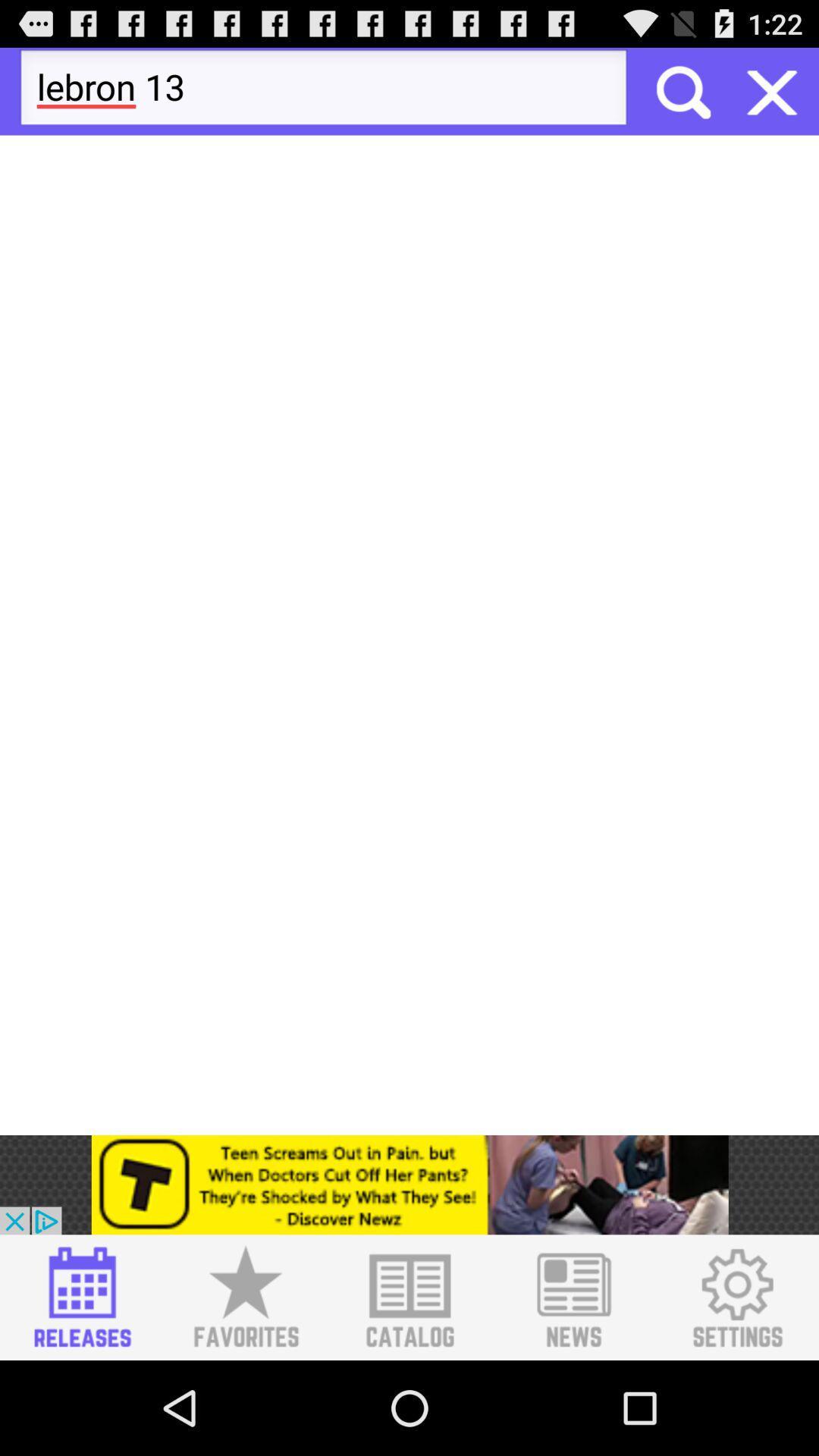 The width and height of the screenshot is (819, 1456). What do you see at coordinates (82, 1297) in the screenshot?
I see `advertisement` at bounding box center [82, 1297].